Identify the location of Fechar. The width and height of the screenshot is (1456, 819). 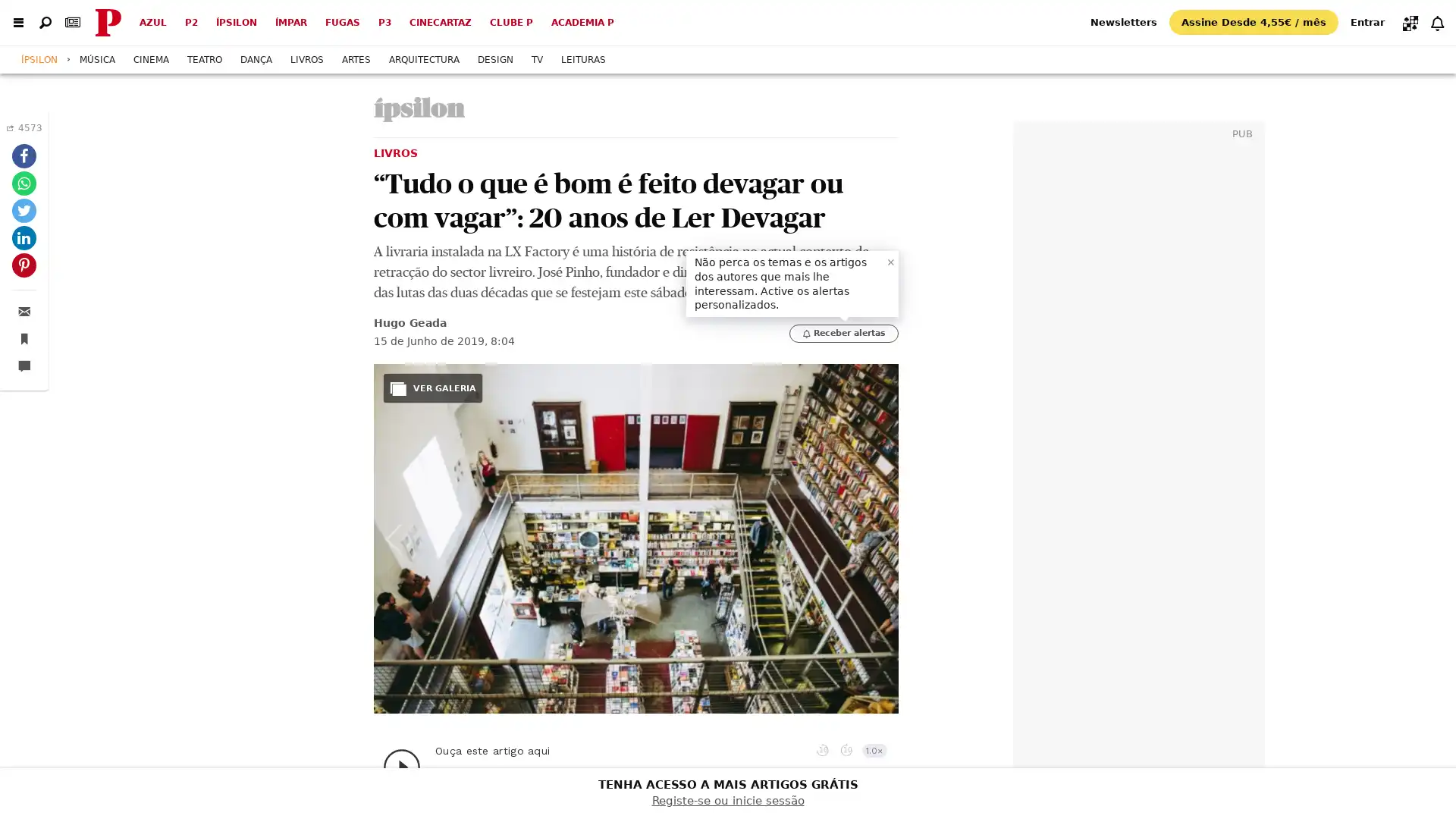
(891, 260).